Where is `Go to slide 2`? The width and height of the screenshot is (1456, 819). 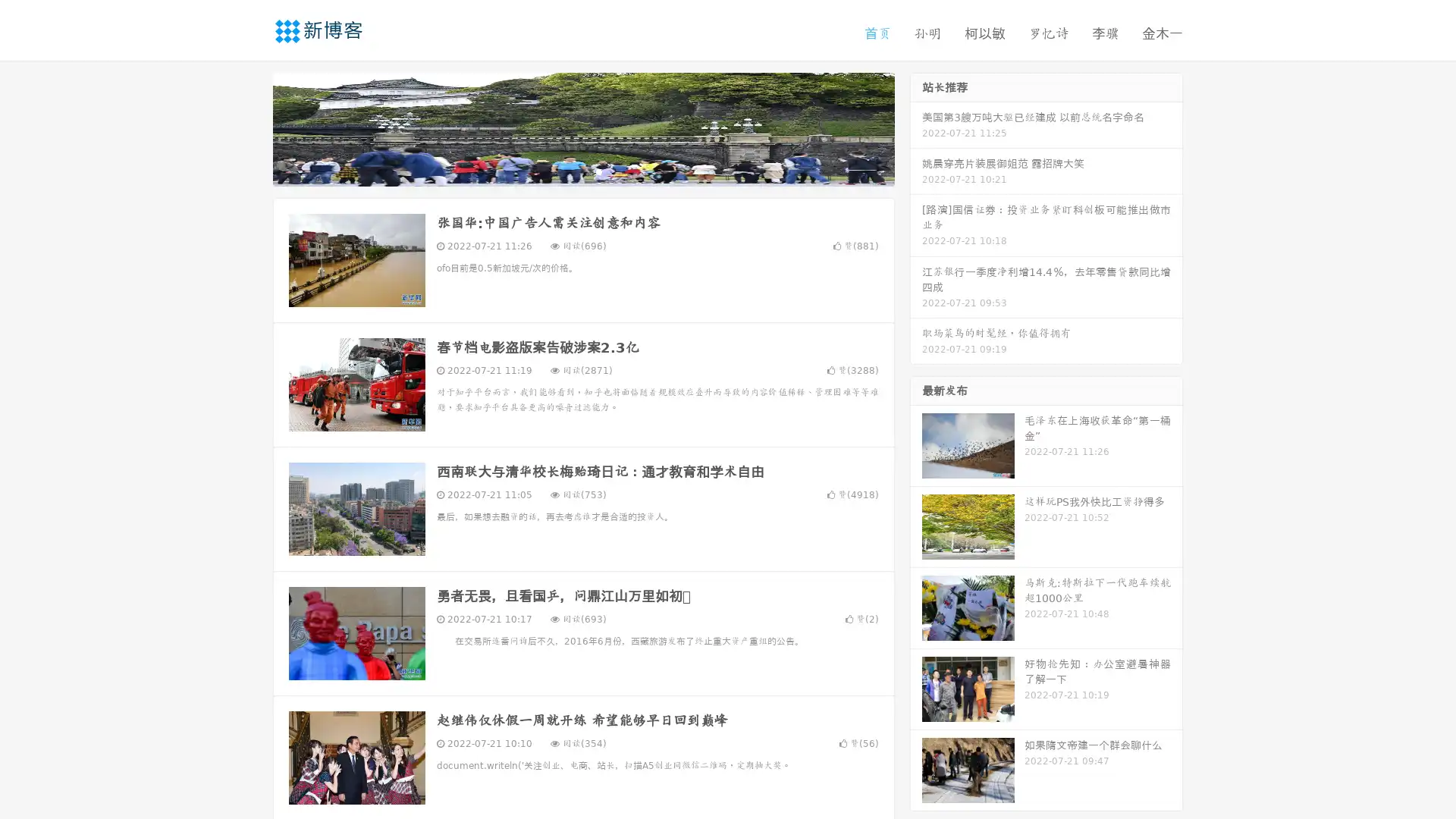
Go to slide 2 is located at coordinates (582, 171).